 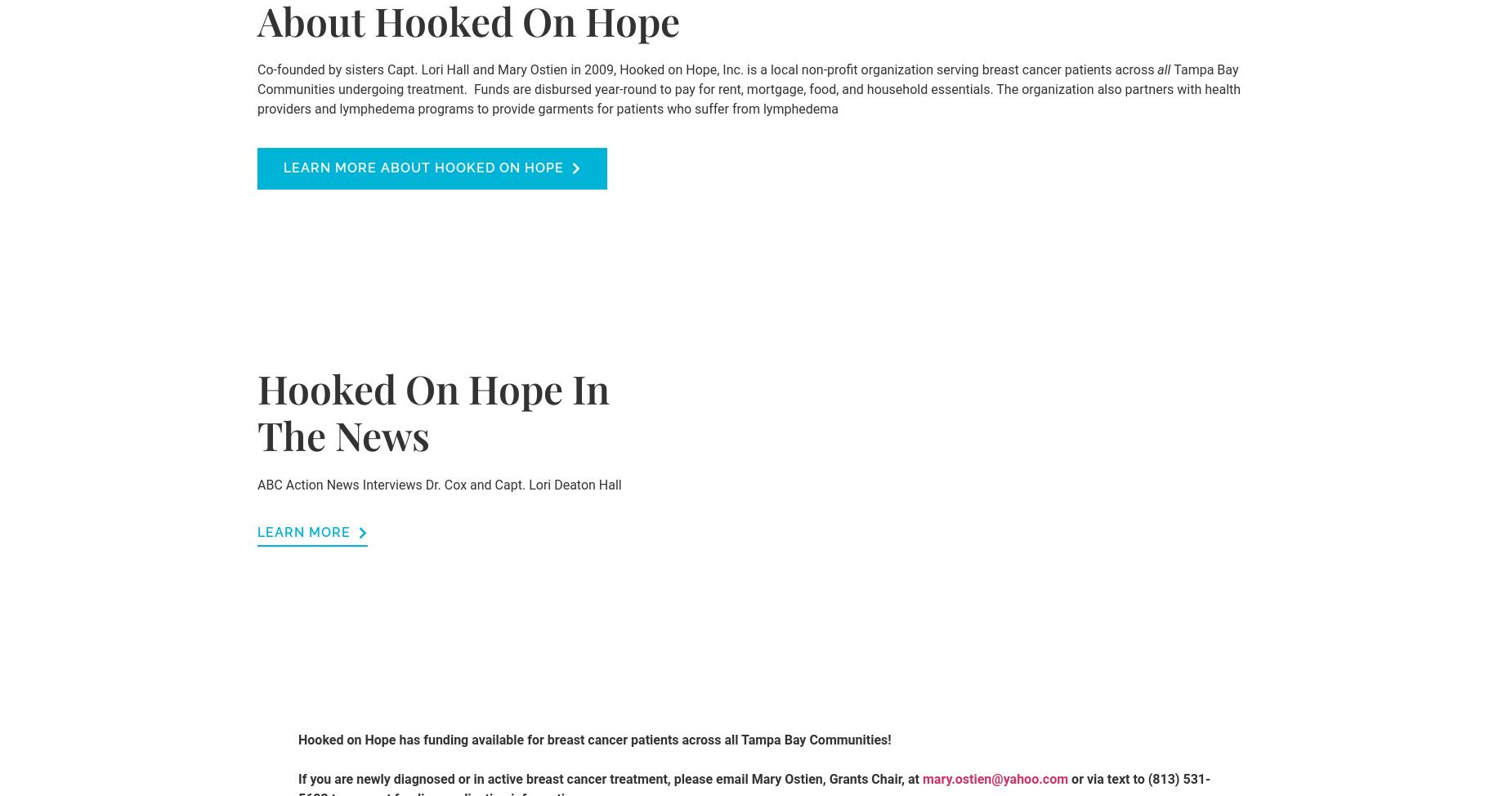 What do you see at coordinates (423, 167) in the screenshot?
I see `'Learn more about hooked on hope'` at bounding box center [423, 167].